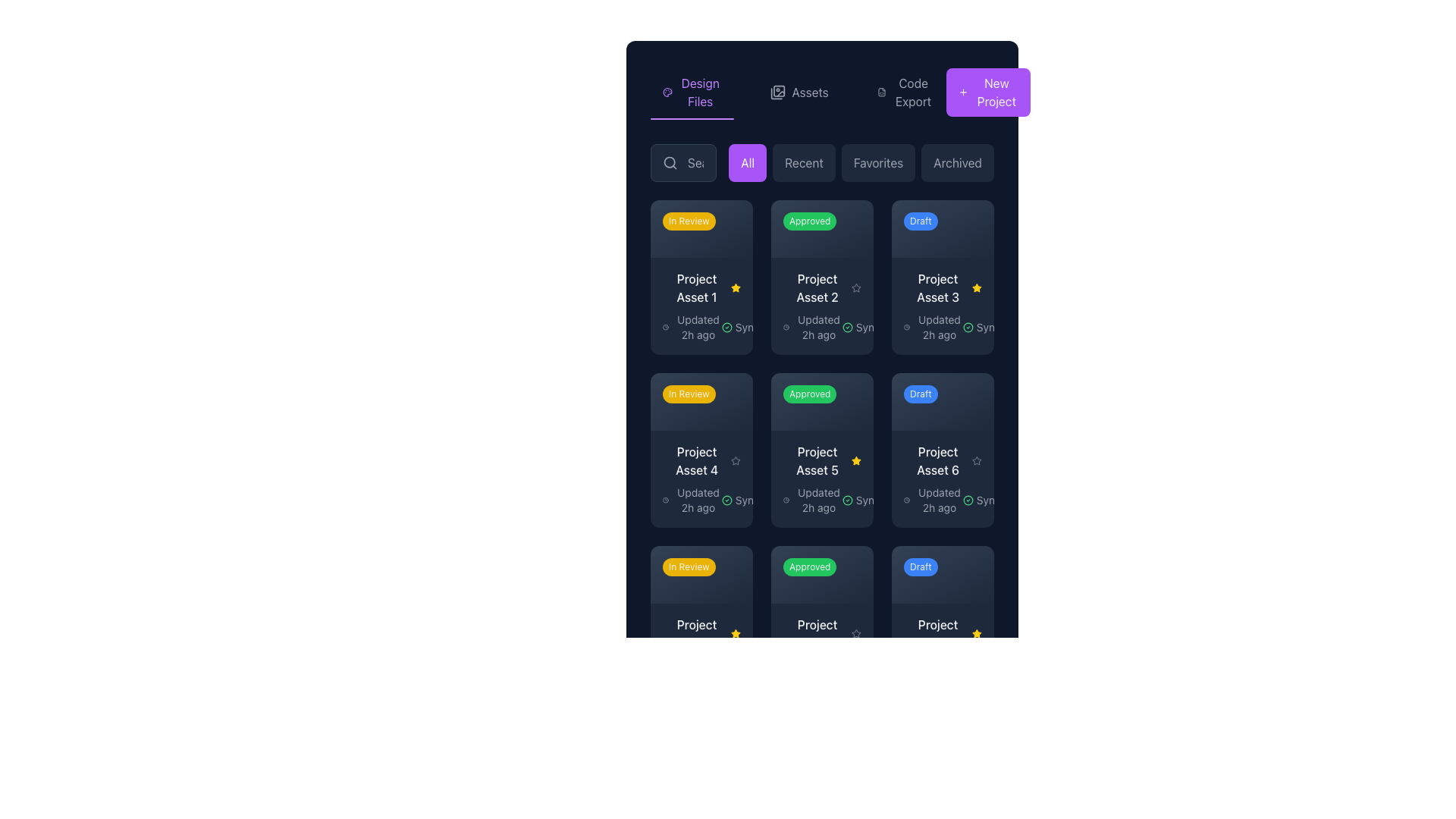  I want to click on the status indicator label at the top-center of the second card in the grid layout, which conveys that the associated project asset has been approved, so click(818, 224).